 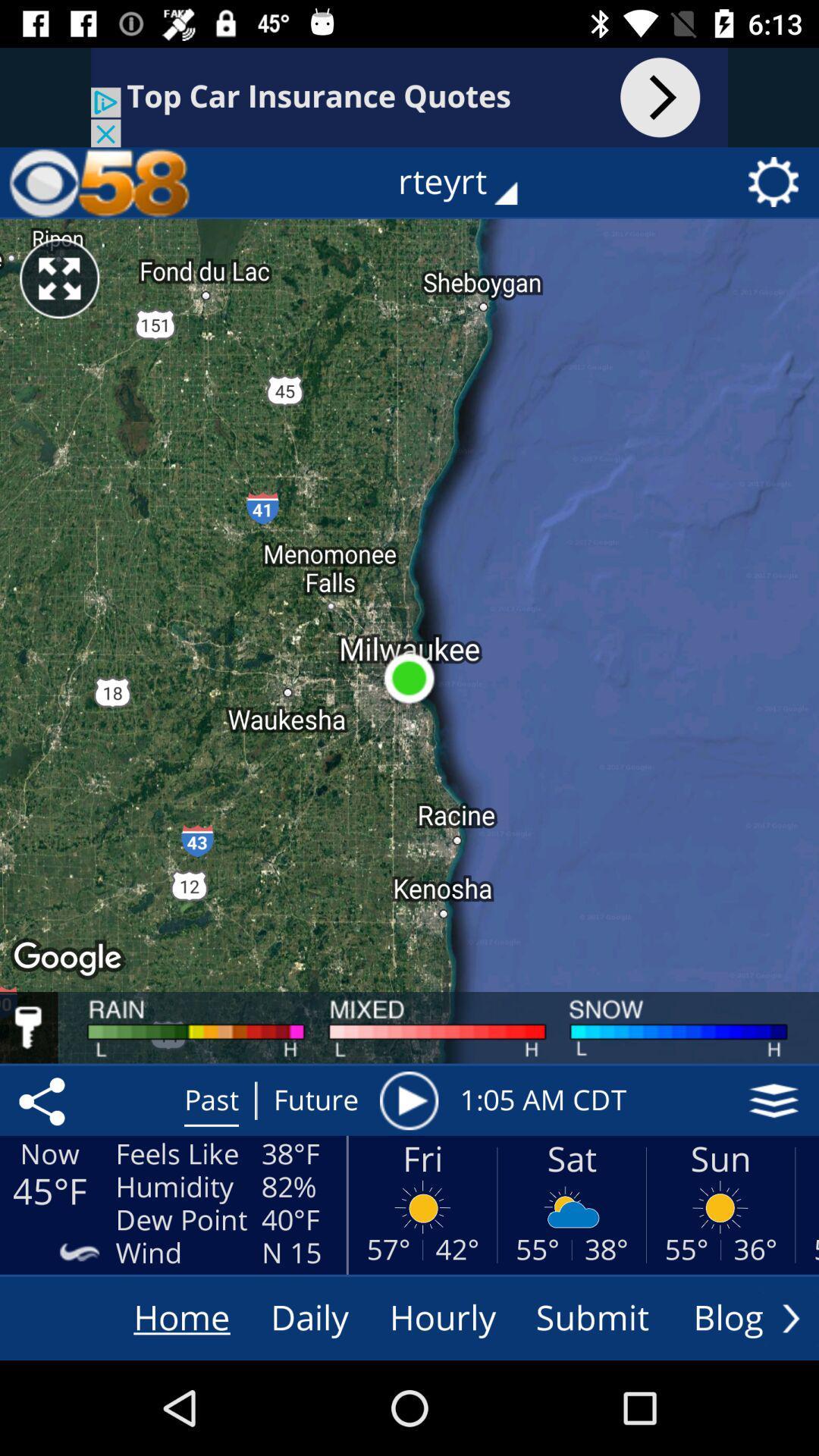 What do you see at coordinates (44, 1100) in the screenshot?
I see `share page` at bounding box center [44, 1100].